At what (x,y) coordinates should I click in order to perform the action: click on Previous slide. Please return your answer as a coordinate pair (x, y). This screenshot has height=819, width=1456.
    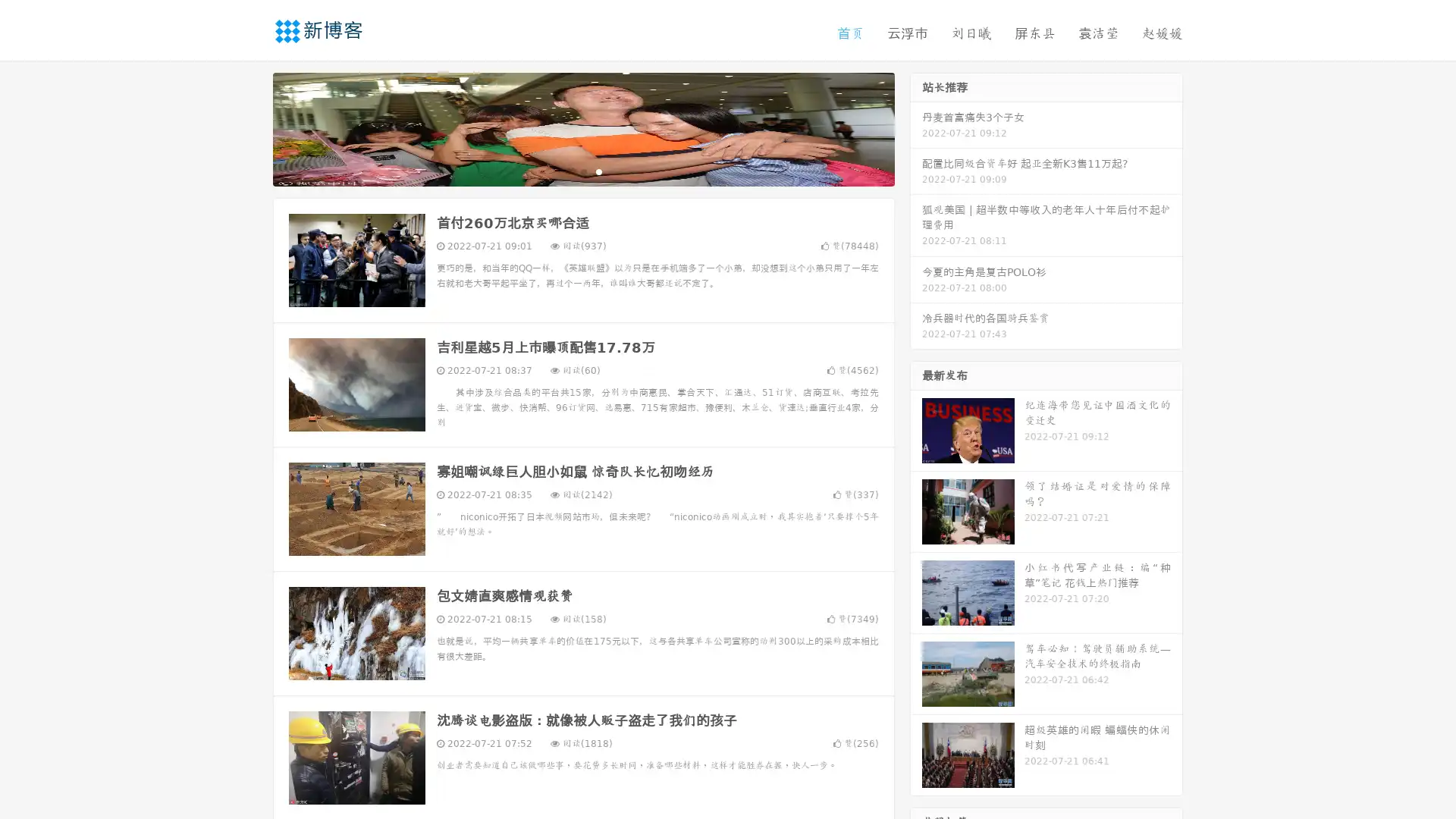
    Looking at the image, I should click on (250, 127).